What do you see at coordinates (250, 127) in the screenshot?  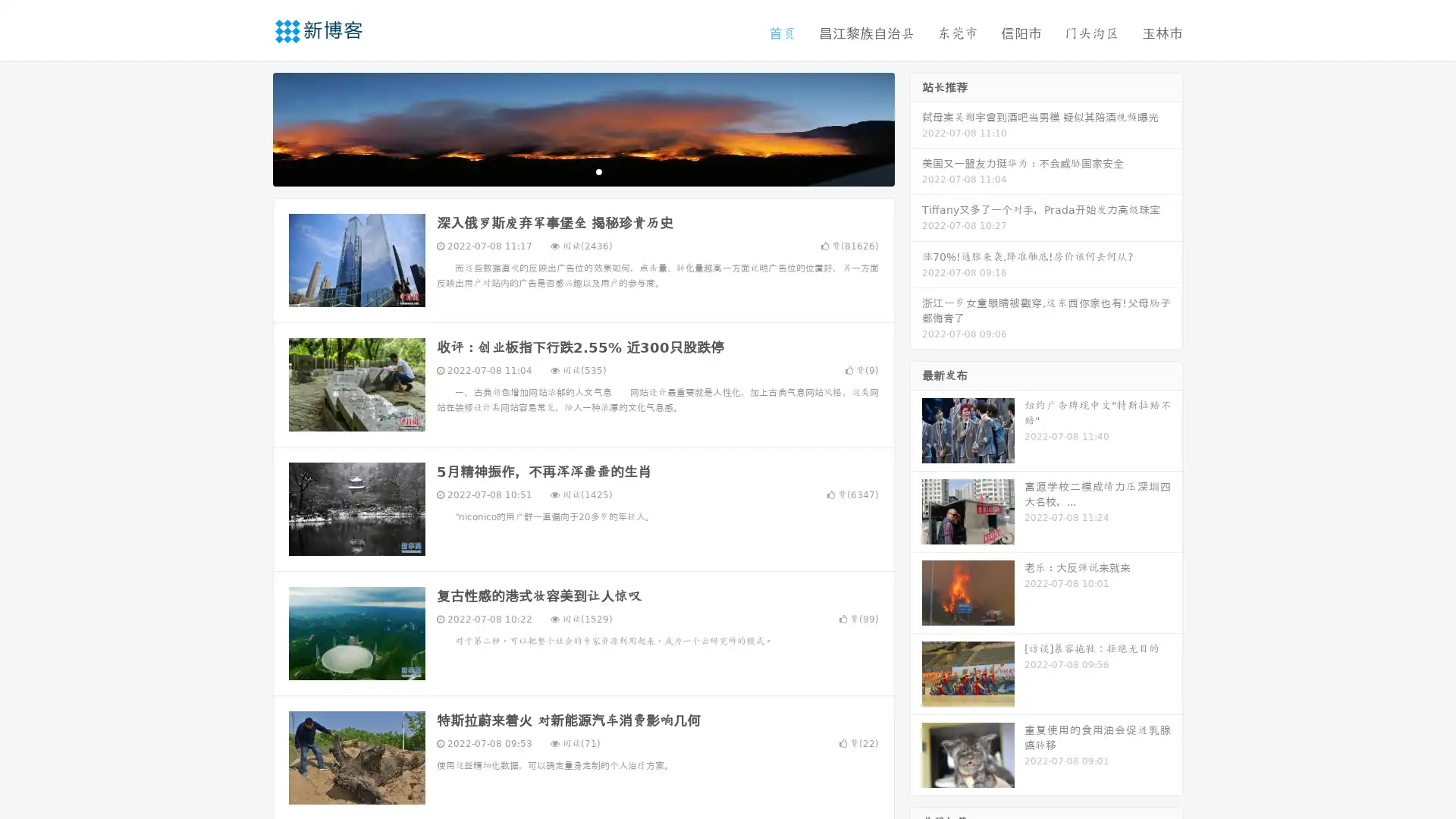 I see `Previous slide` at bounding box center [250, 127].